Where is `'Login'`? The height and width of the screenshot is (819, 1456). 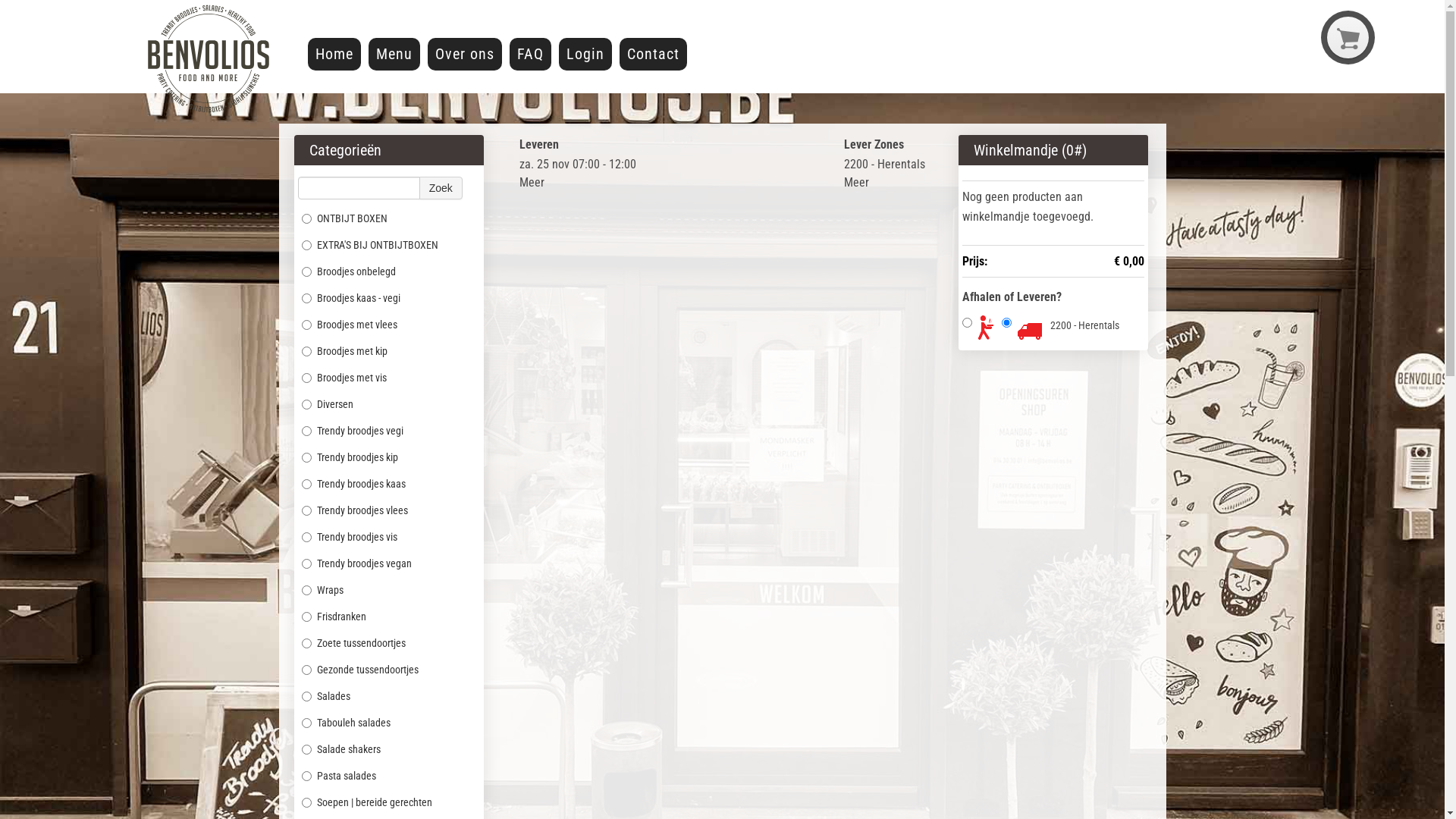 'Login' is located at coordinates (558, 53).